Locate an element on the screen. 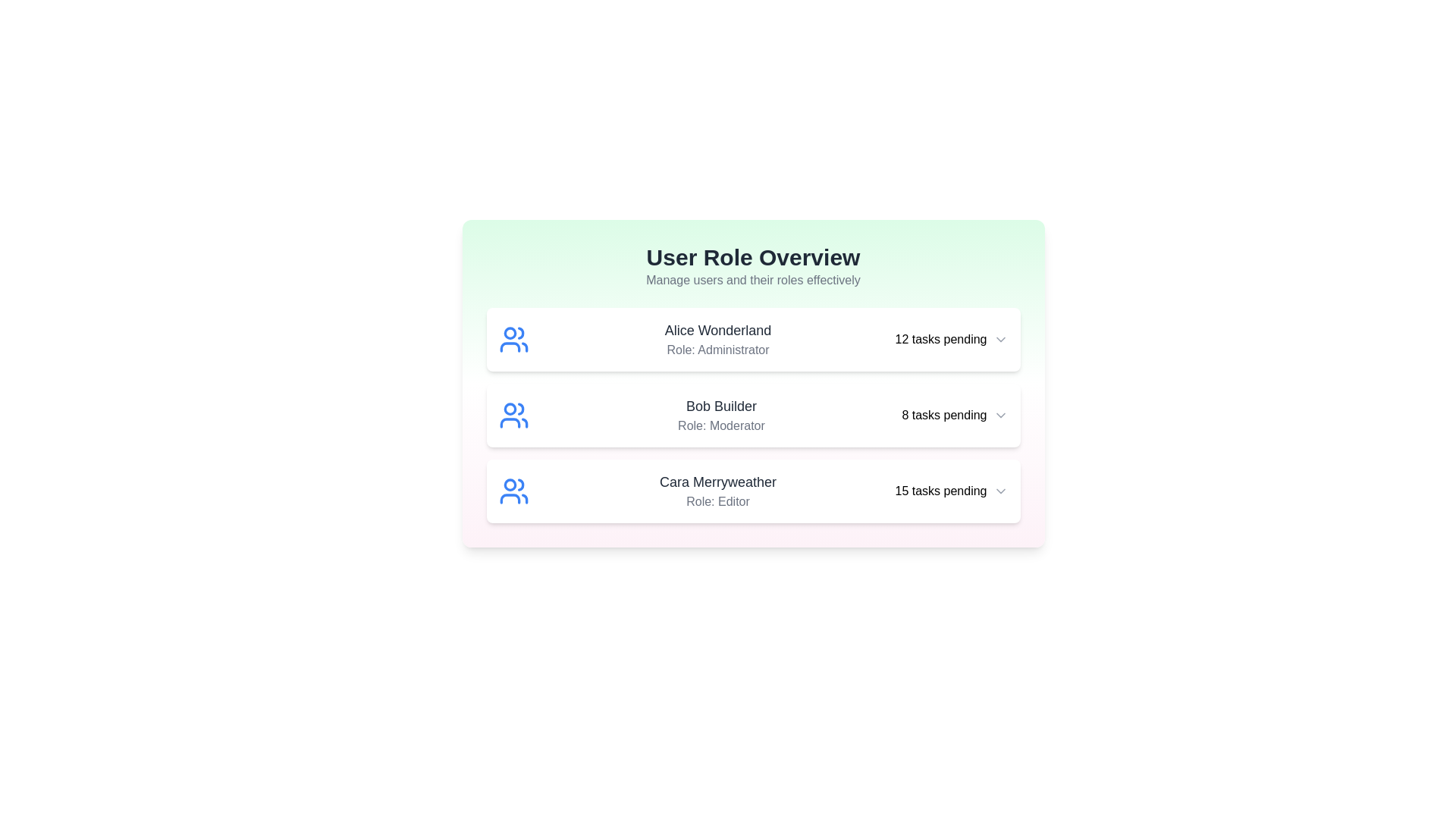  the user item corresponding to Bob Builder is located at coordinates (753, 415).